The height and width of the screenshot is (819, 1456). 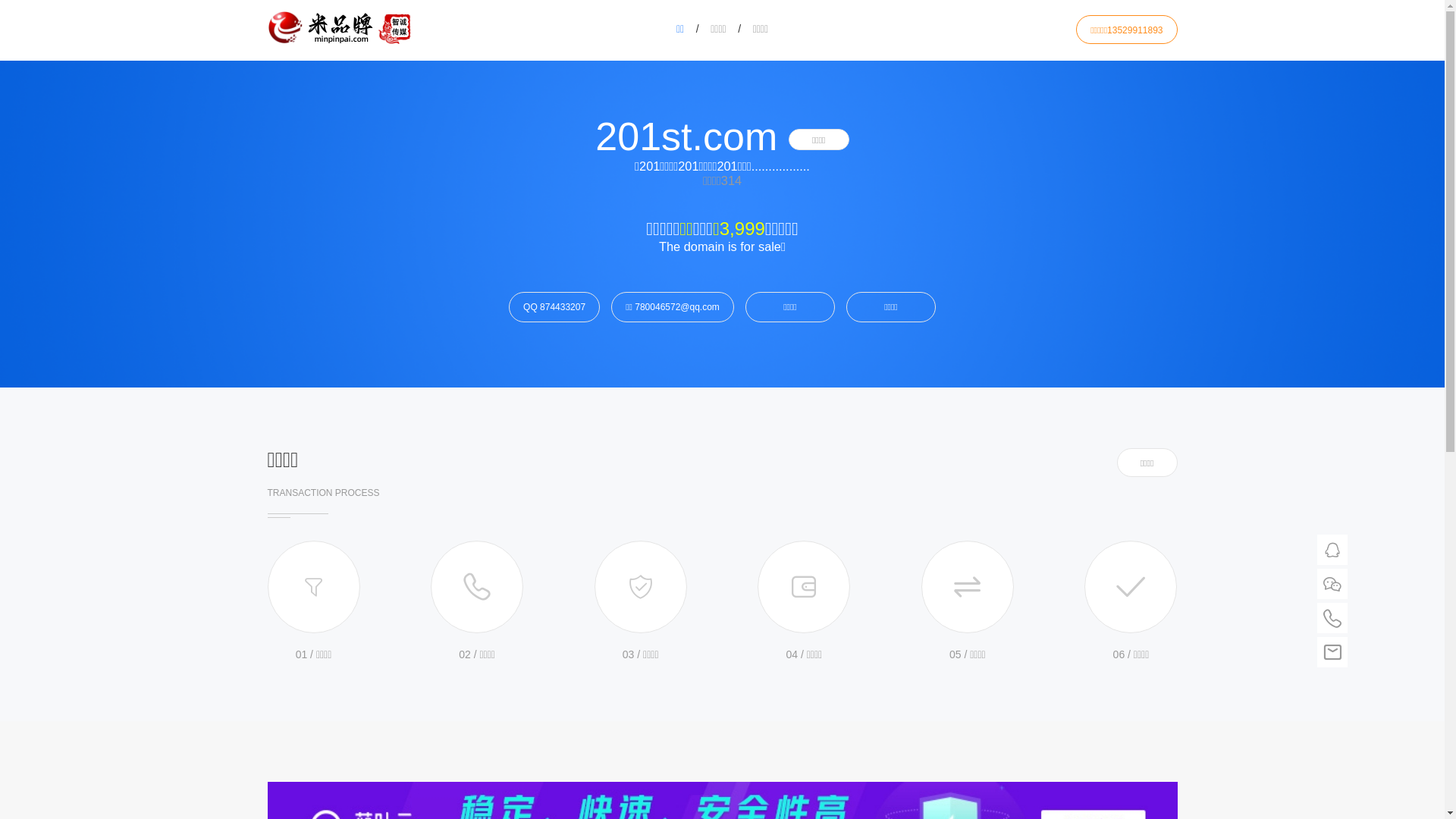 I want to click on 'QQ 874433207', so click(x=553, y=307).